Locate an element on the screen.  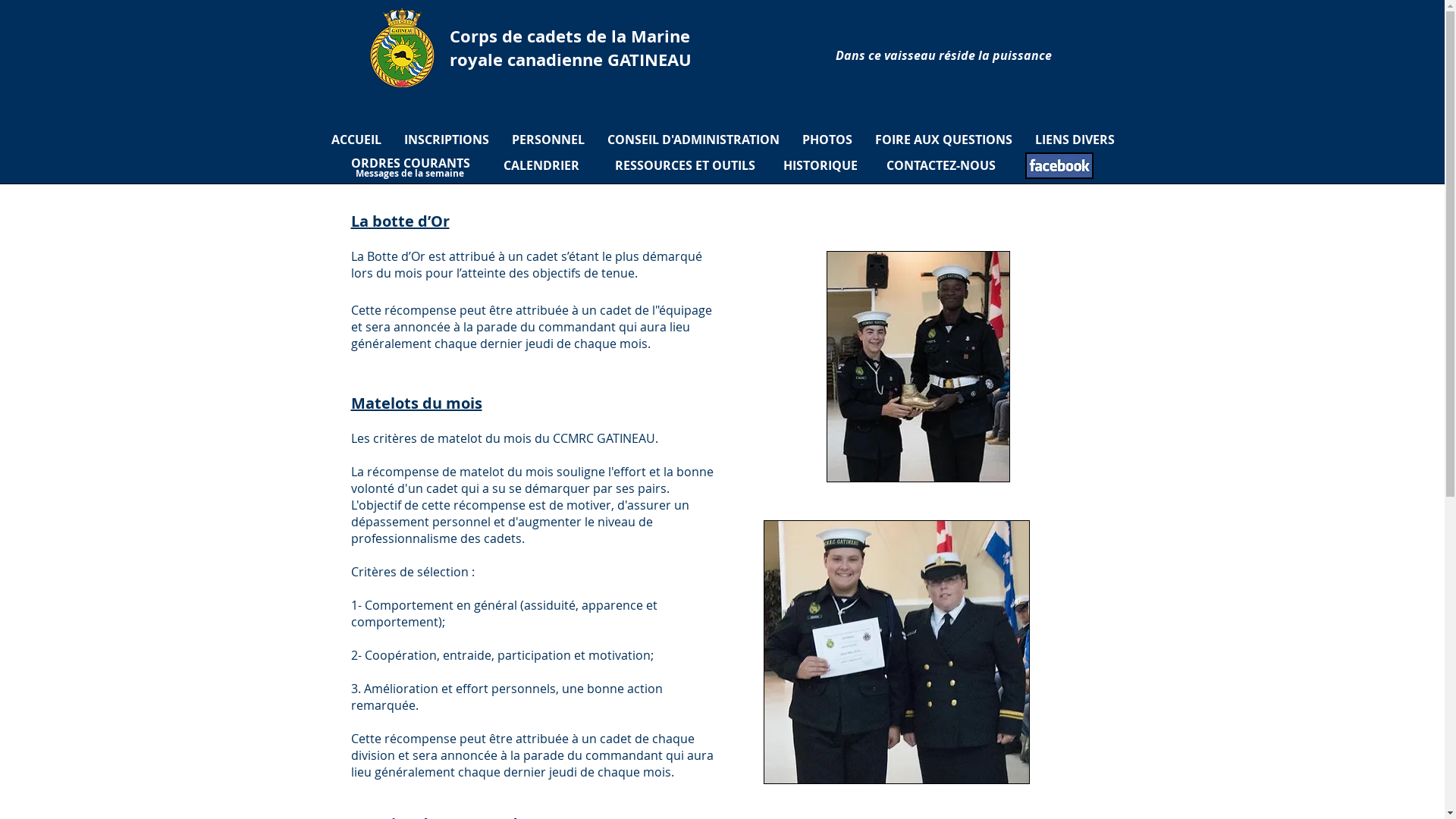
'PHOTOS' is located at coordinates (825, 140).